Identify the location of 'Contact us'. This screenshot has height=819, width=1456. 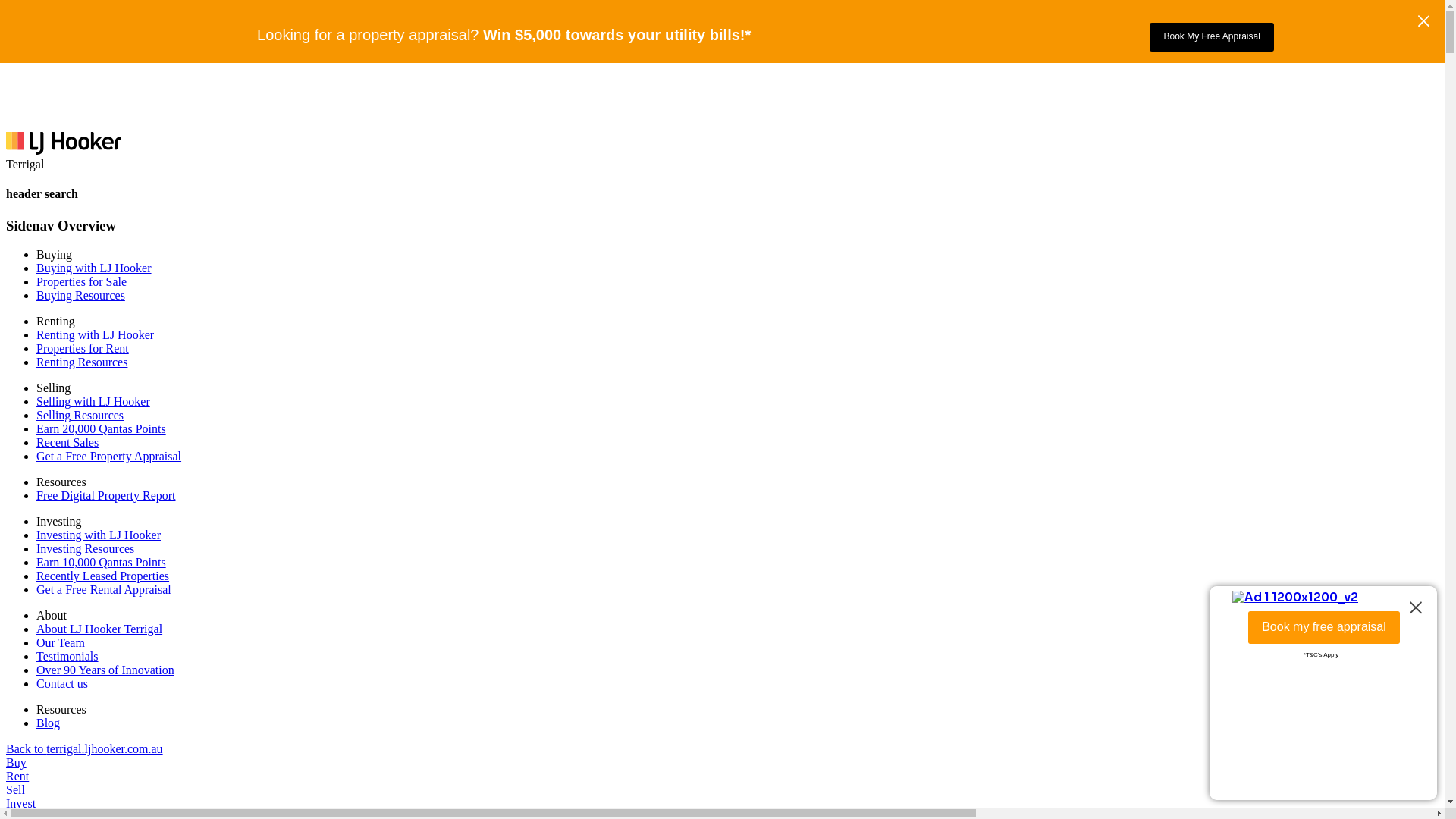
(61, 683).